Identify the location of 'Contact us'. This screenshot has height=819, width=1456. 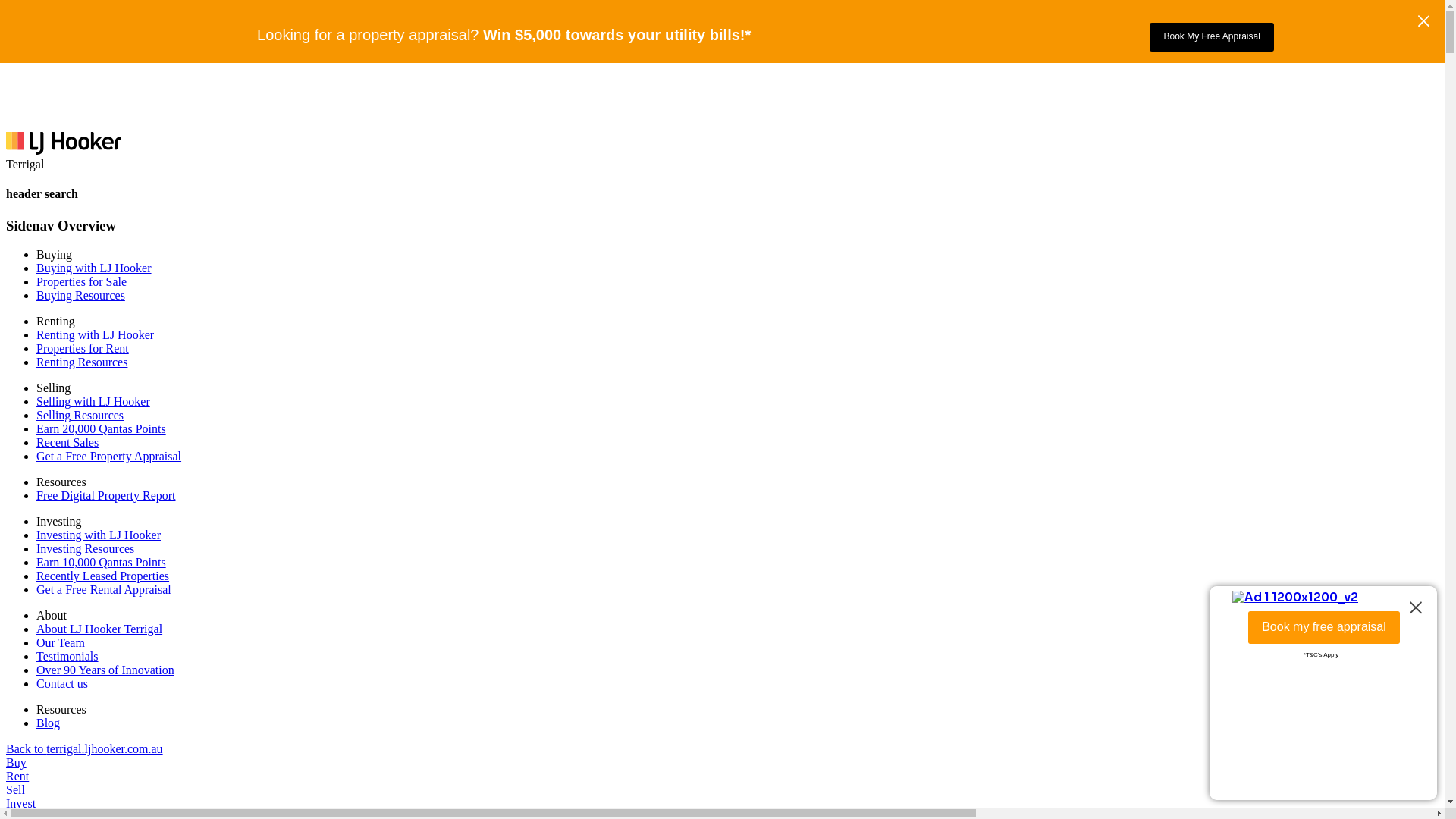
(61, 683).